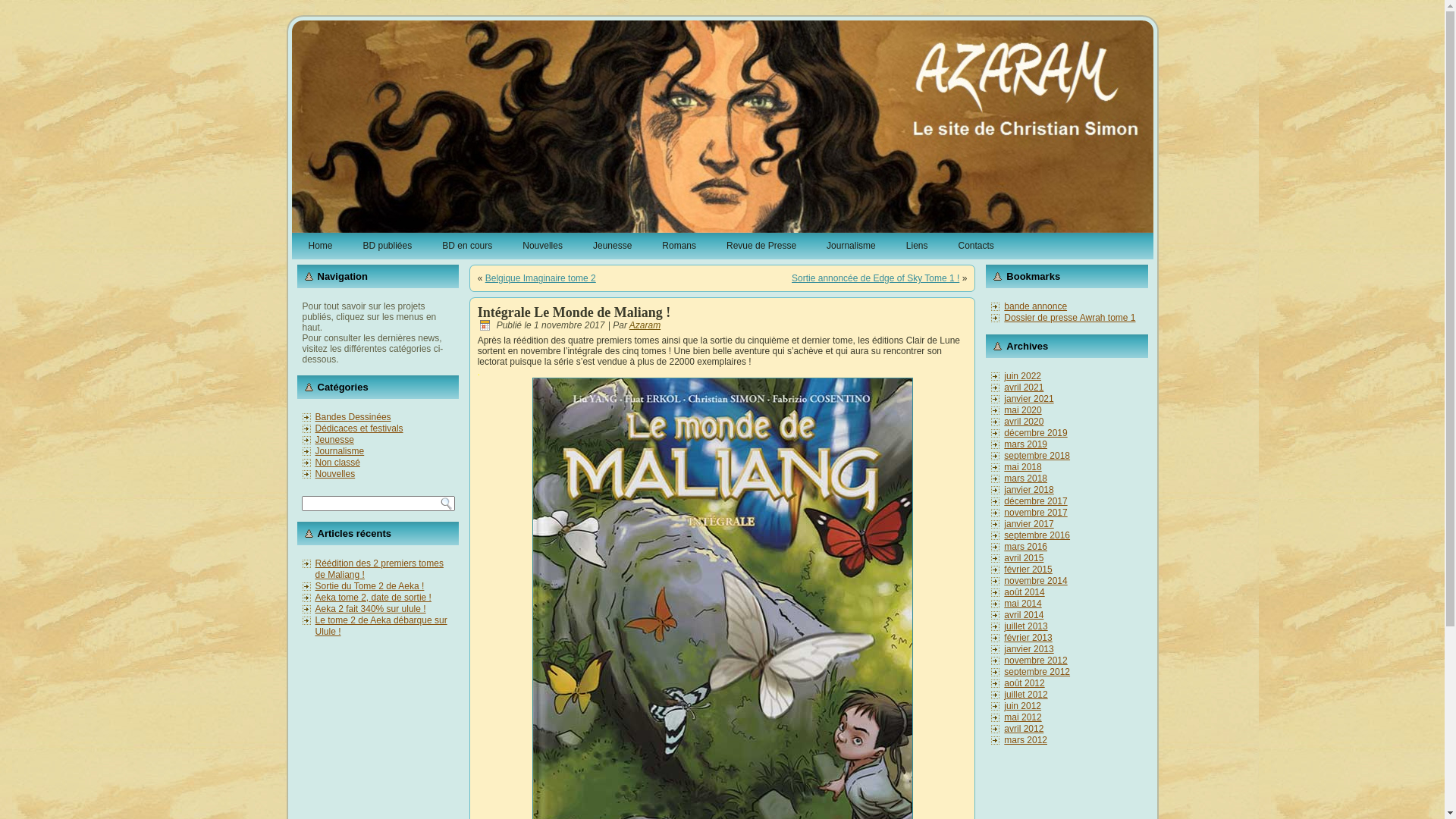  Describe the element at coordinates (370, 585) in the screenshot. I see `'Sortie du Tome 2 de Aeka !'` at that location.